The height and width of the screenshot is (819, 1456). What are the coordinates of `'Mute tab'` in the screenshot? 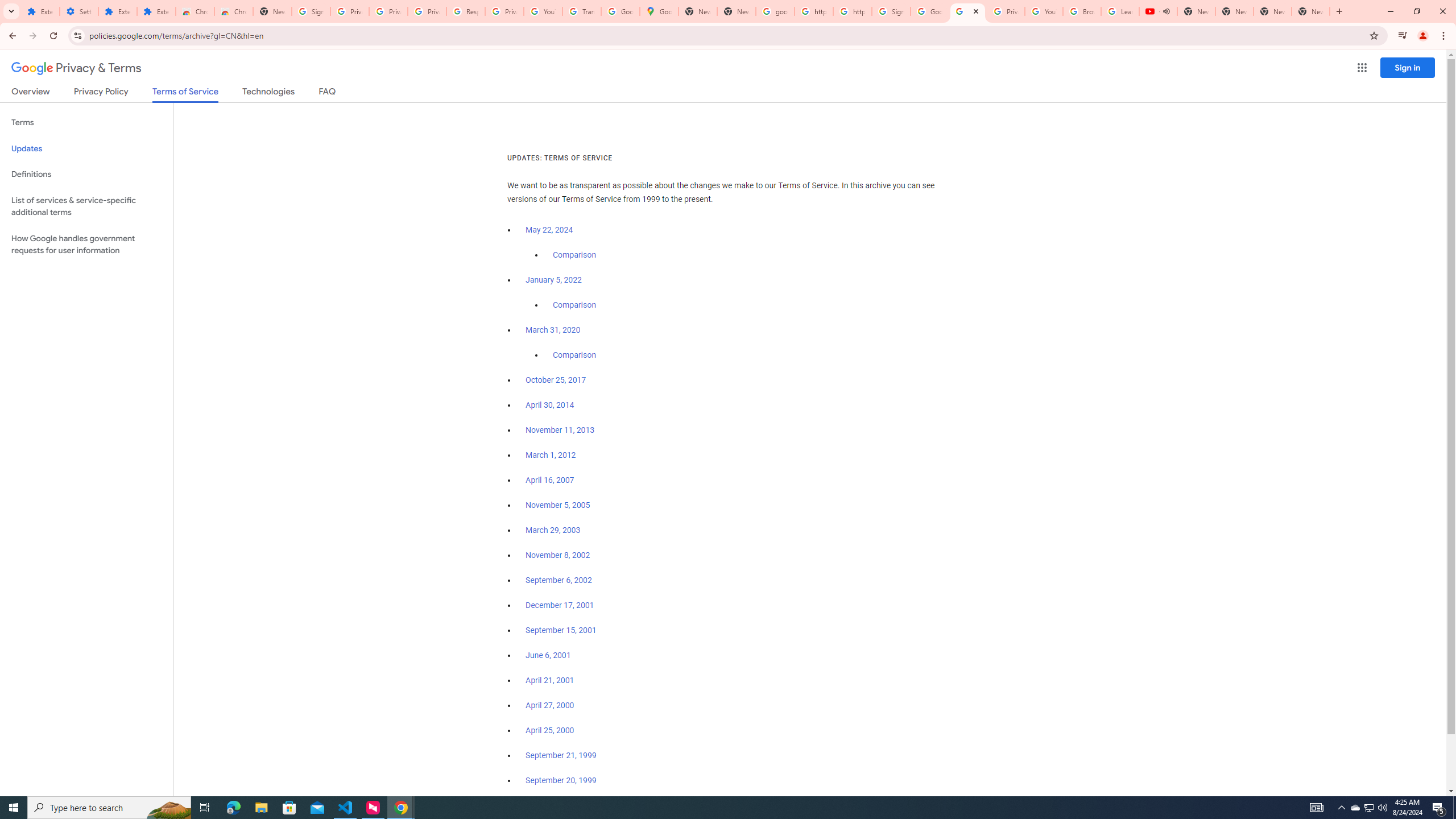 It's located at (1166, 11).